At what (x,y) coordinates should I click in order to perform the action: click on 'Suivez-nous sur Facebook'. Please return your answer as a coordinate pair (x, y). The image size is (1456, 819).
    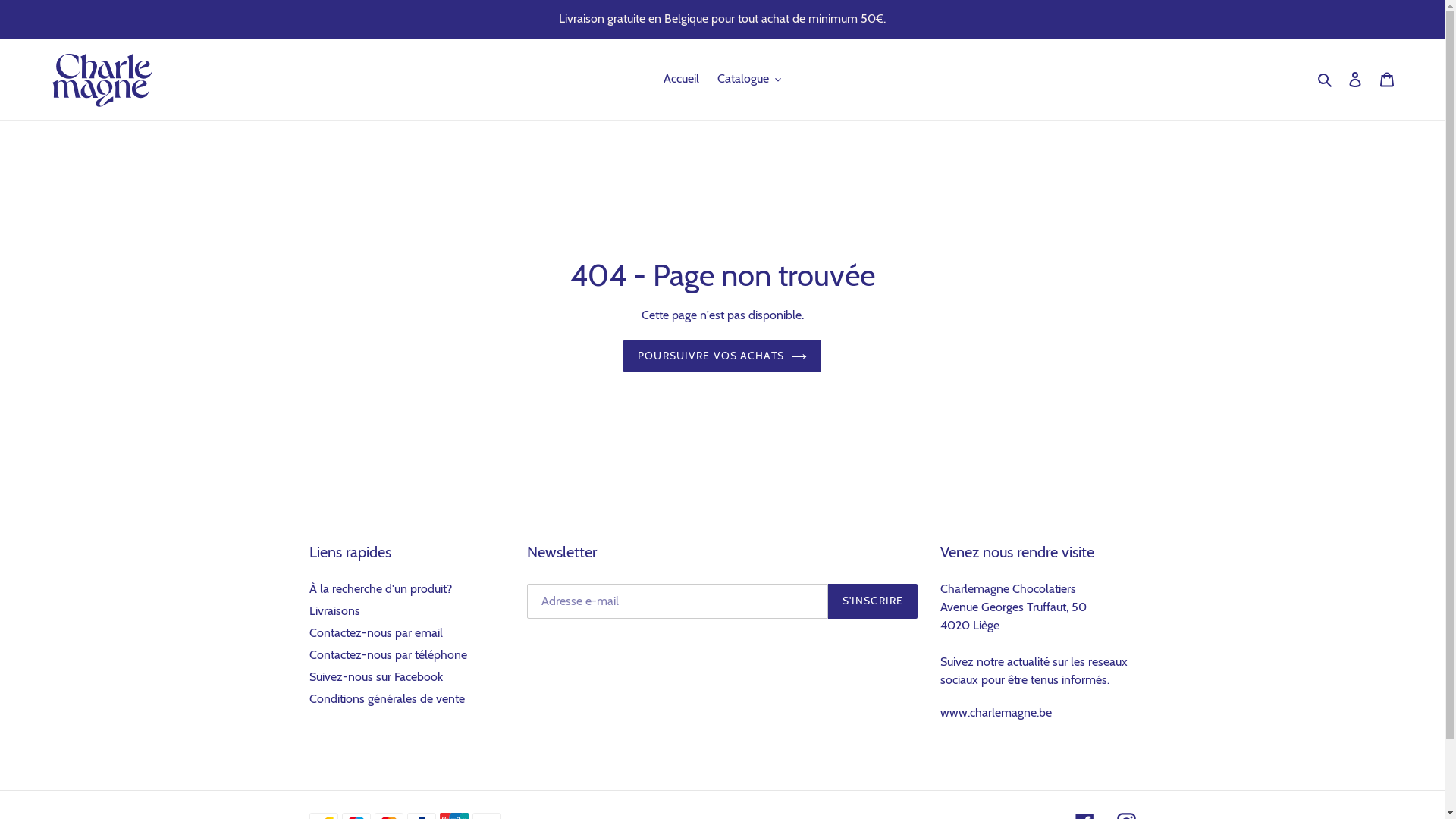
    Looking at the image, I should click on (375, 676).